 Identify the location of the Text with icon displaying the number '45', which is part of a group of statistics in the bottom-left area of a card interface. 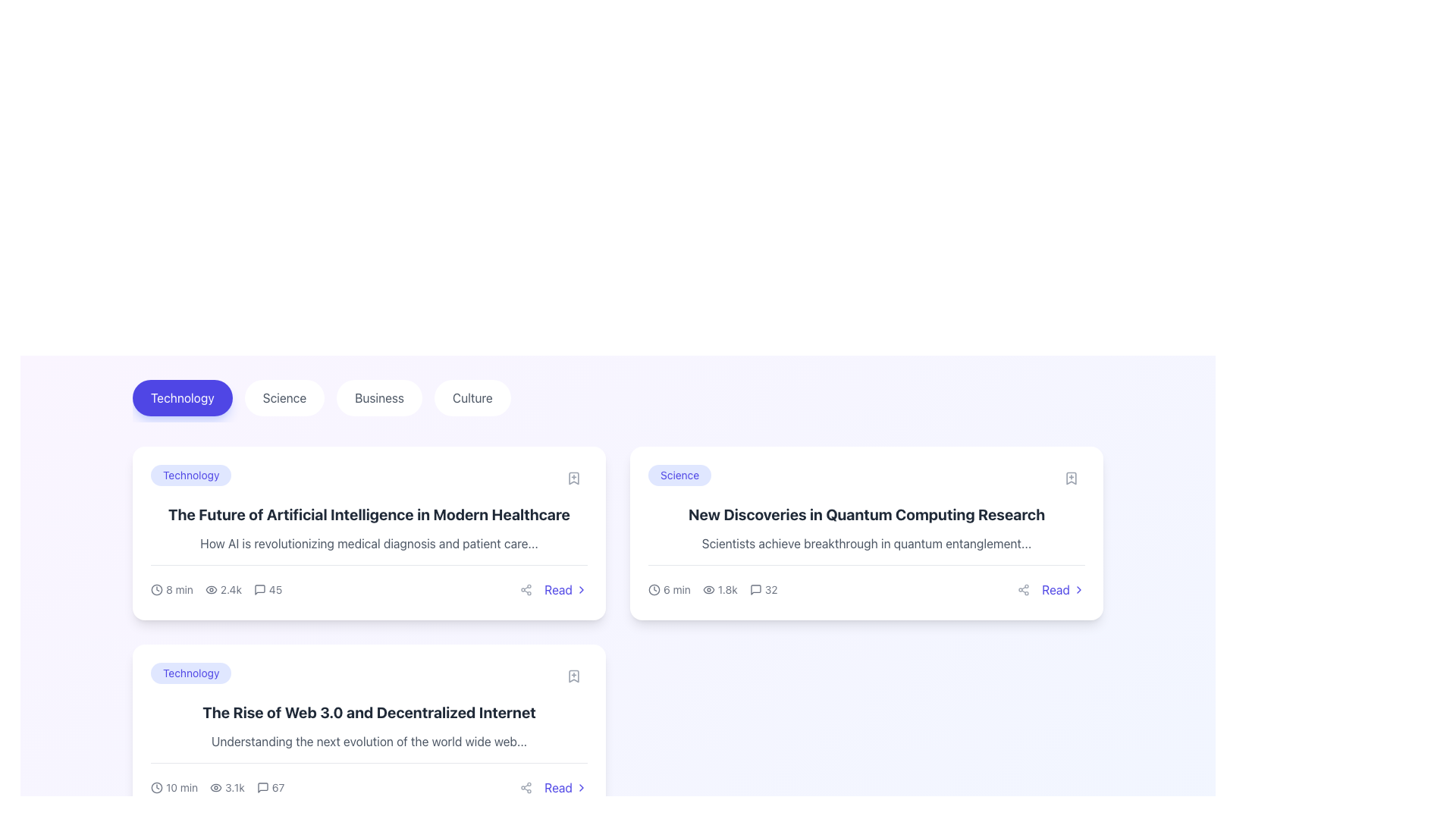
(268, 589).